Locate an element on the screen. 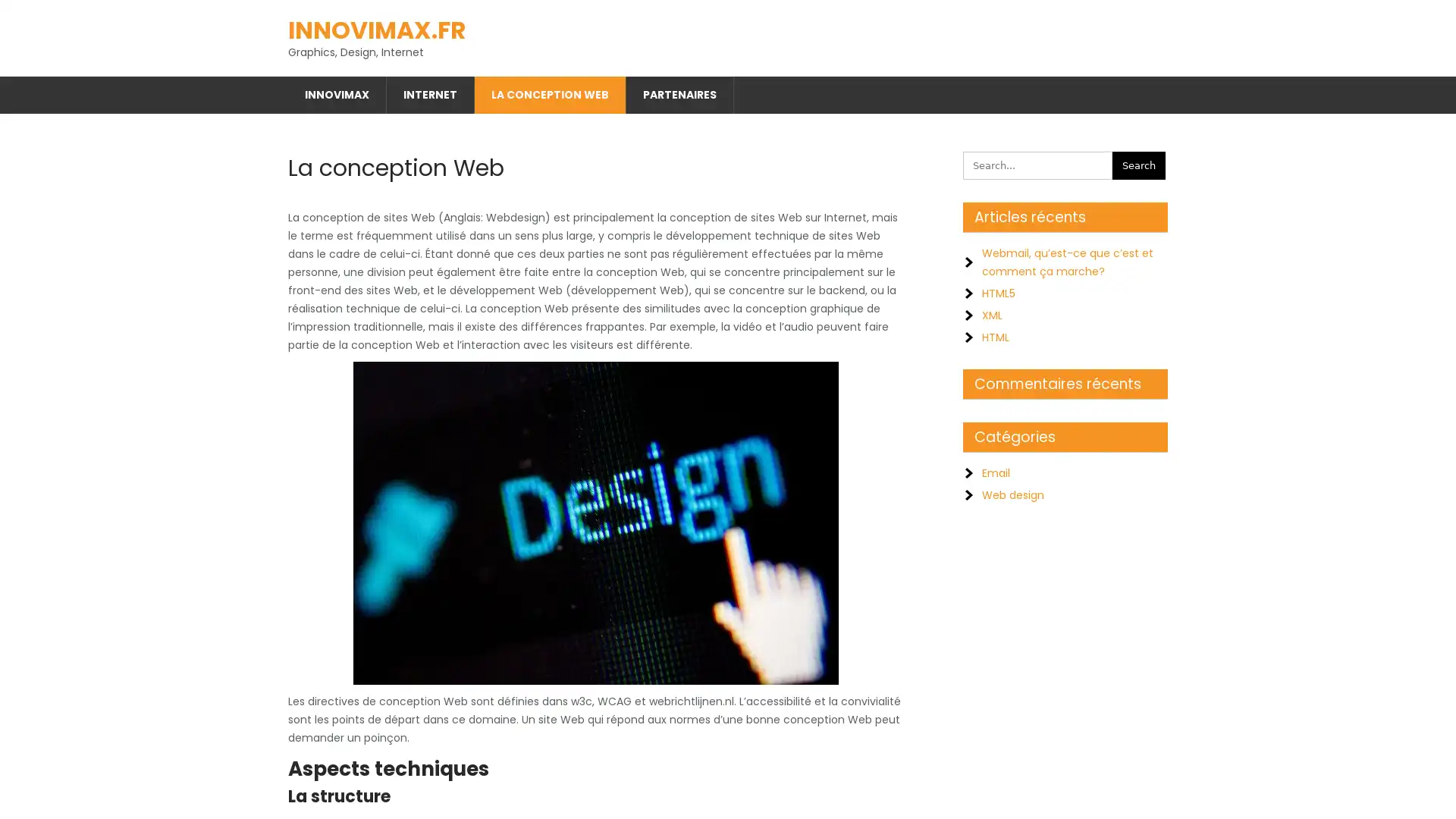 This screenshot has height=819, width=1456. Search is located at coordinates (1139, 160).